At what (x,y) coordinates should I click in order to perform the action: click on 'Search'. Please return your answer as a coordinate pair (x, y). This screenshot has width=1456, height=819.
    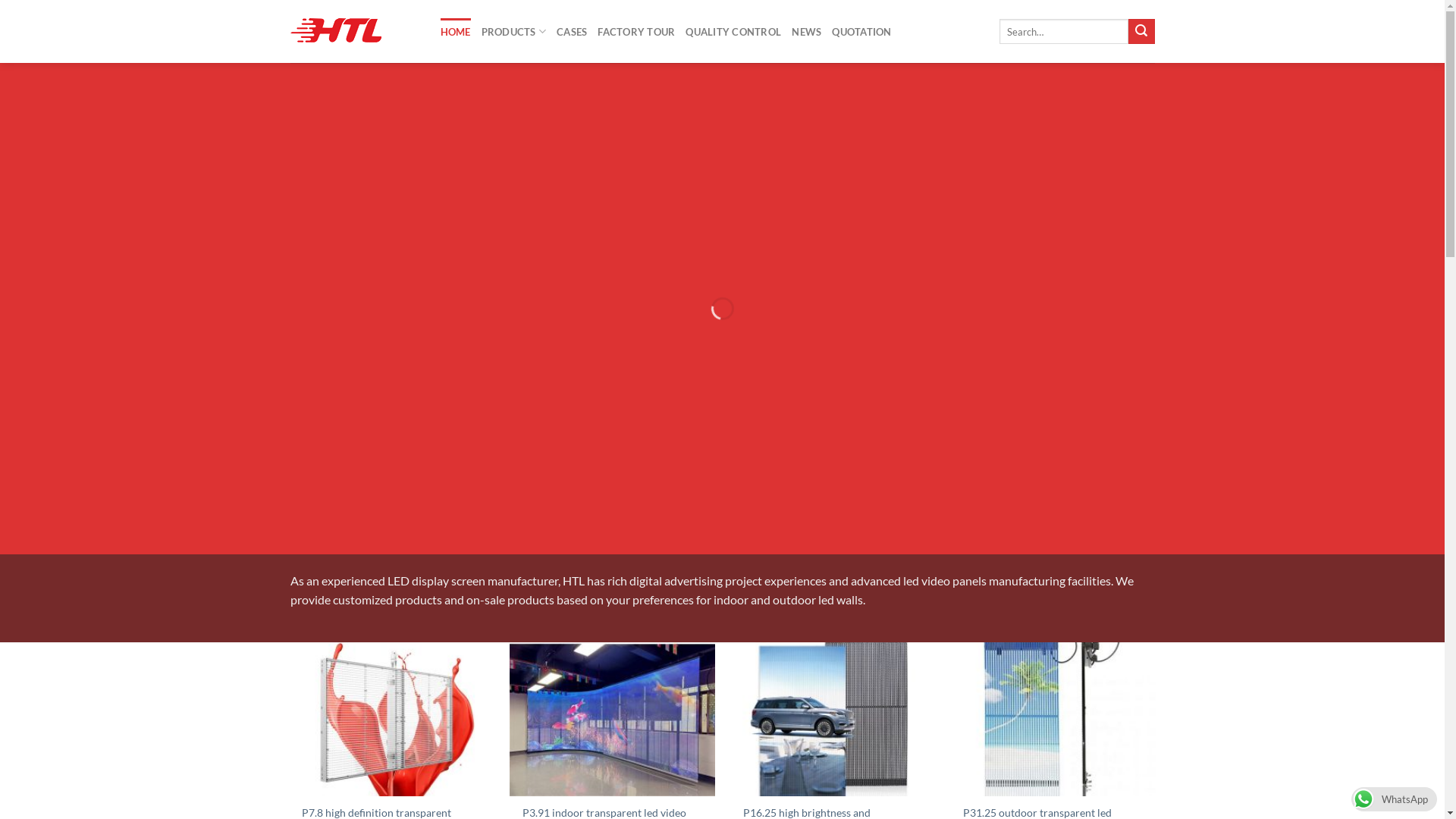
    Looking at the image, I should click on (1141, 32).